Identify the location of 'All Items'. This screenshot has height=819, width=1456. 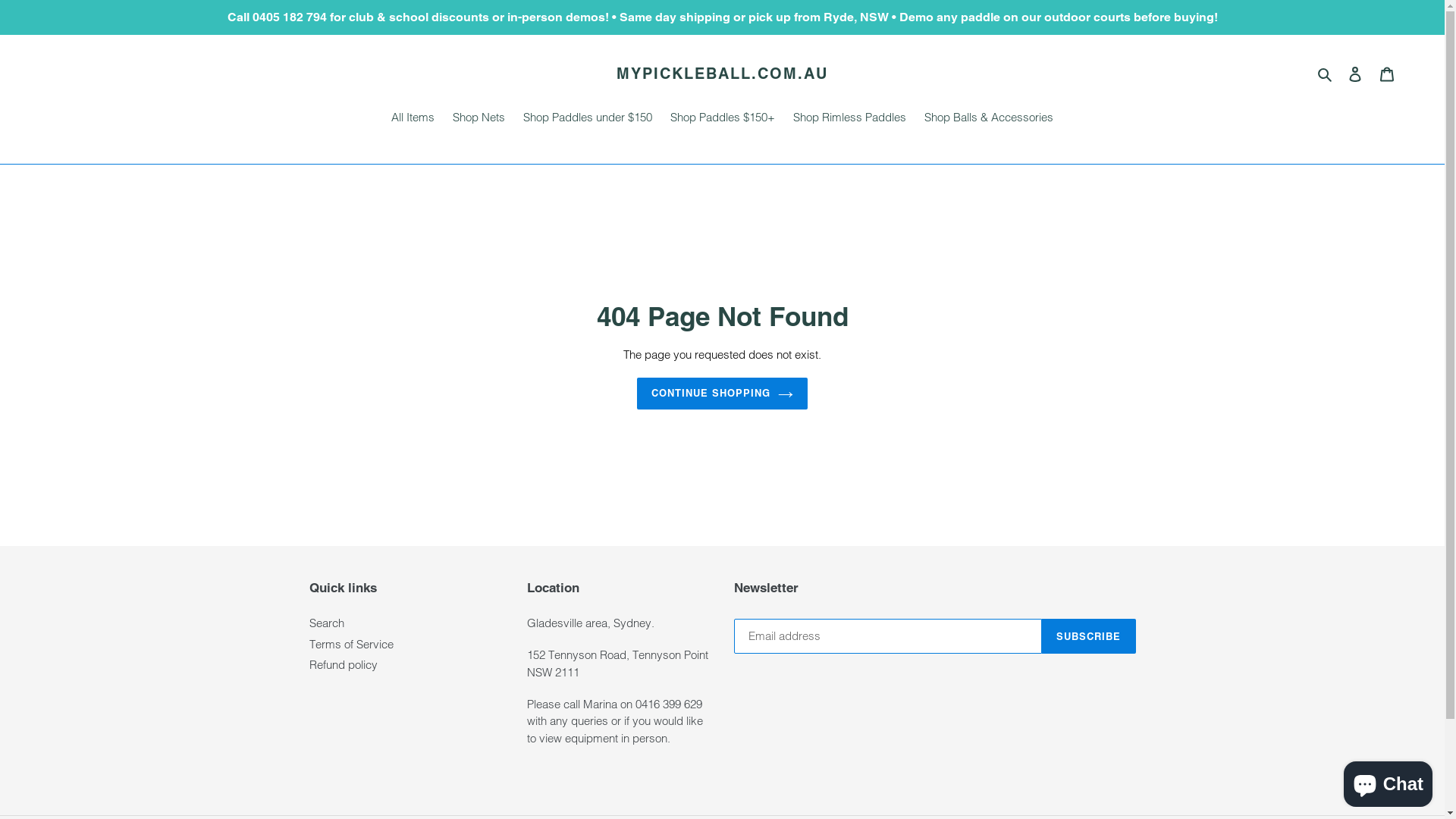
(413, 118).